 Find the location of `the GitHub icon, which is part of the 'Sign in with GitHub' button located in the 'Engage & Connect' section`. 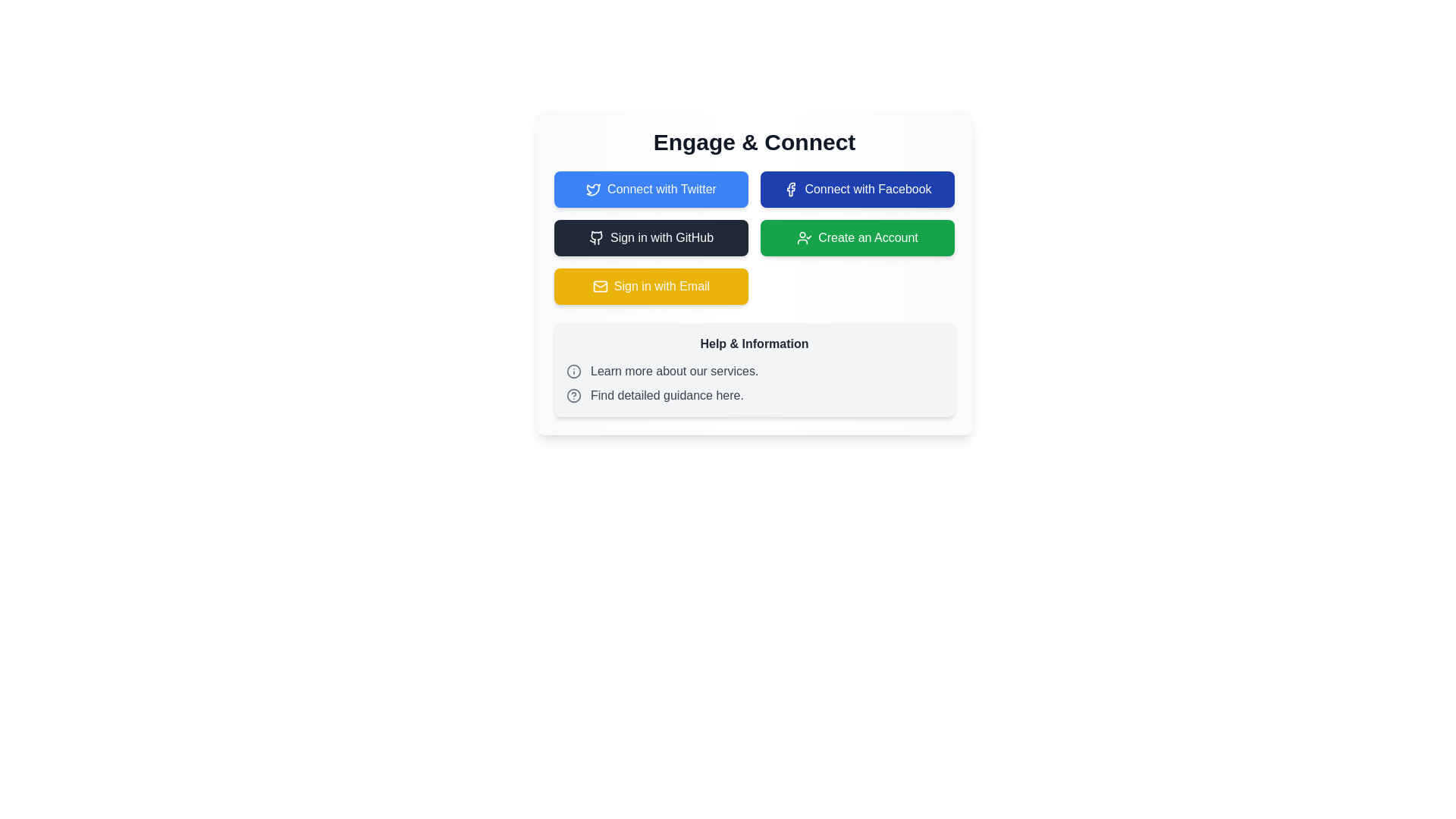

the GitHub icon, which is part of the 'Sign in with GitHub' button located in the 'Engage & Connect' section is located at coordinates (596, 237).